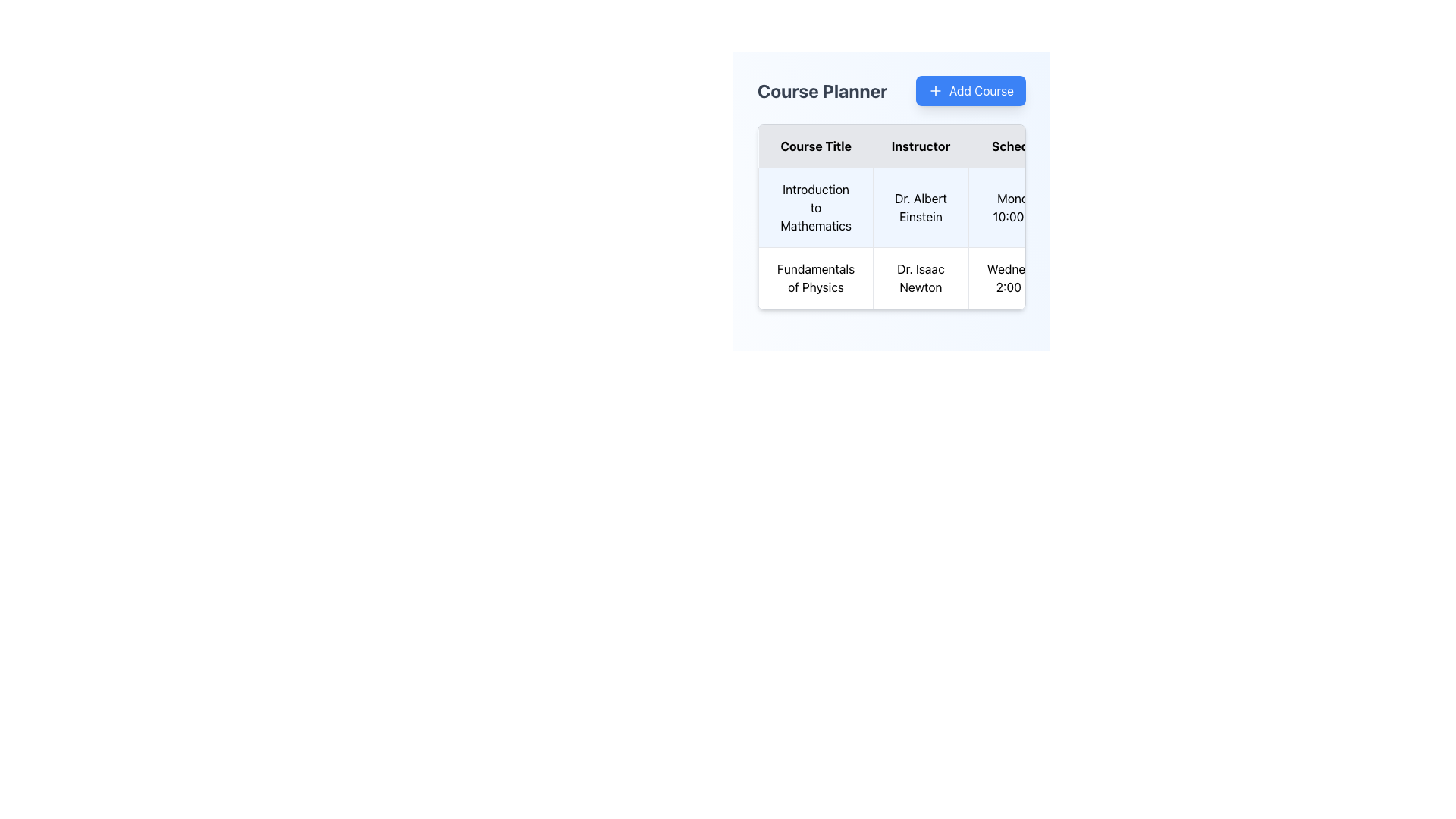  I want to click on the static text label 'Instructor' in the second column header of the table, which is bold and centered with a light gray background, so click(920, 146).